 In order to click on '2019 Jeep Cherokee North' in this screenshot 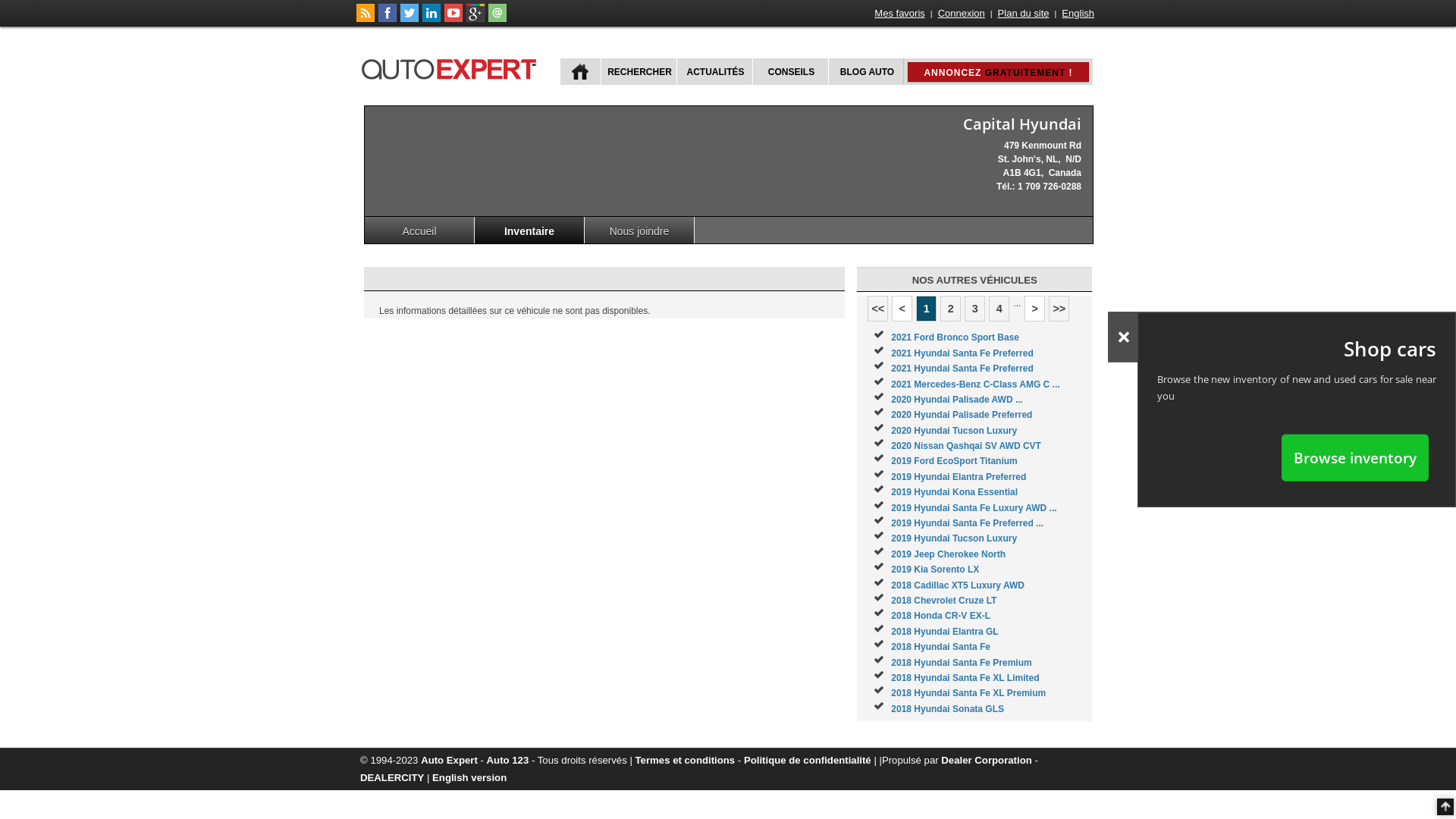, I will do `click(891, 554)`.